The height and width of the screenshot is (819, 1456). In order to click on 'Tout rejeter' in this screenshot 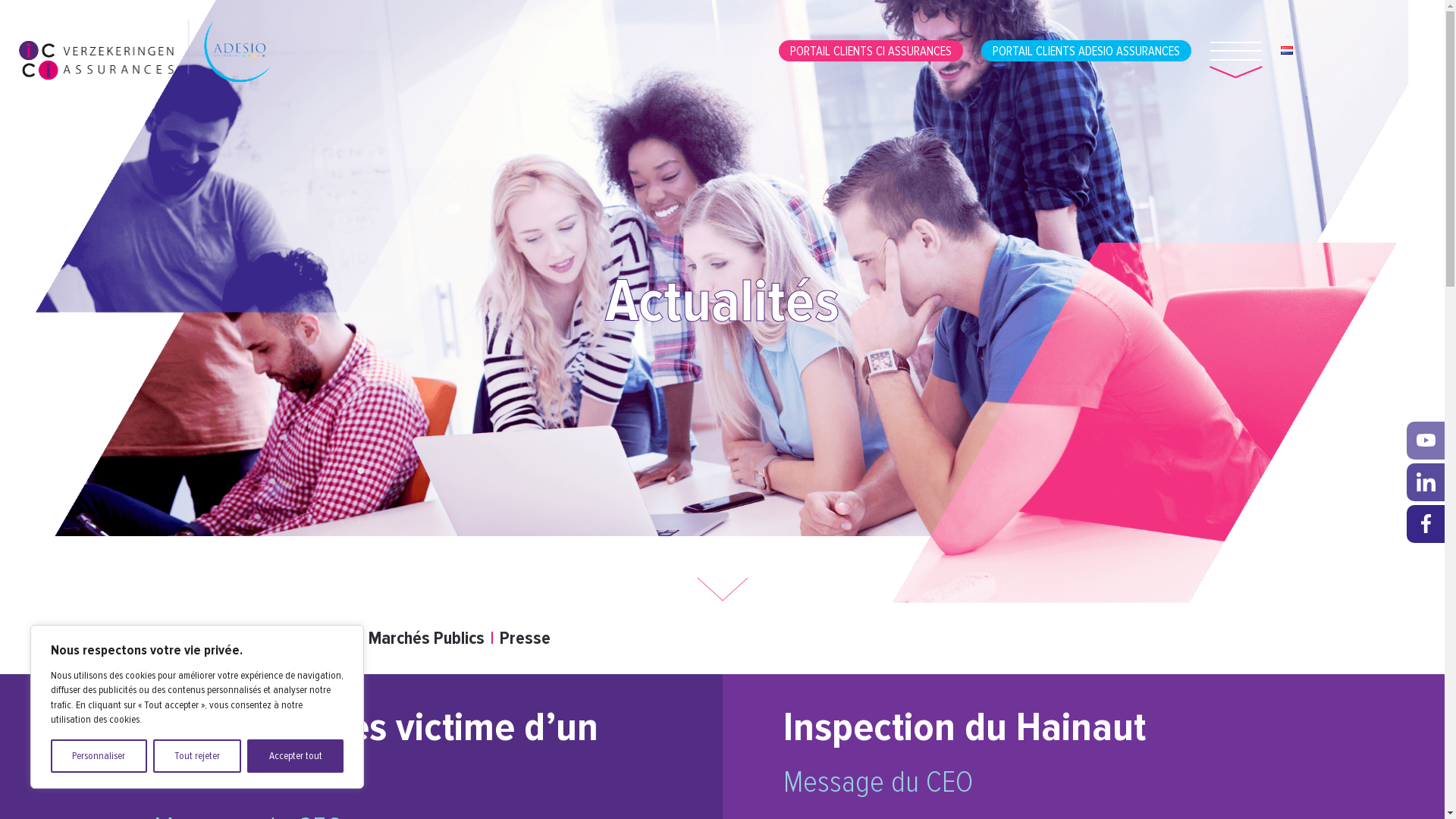, I will do `click(196, 755)`.